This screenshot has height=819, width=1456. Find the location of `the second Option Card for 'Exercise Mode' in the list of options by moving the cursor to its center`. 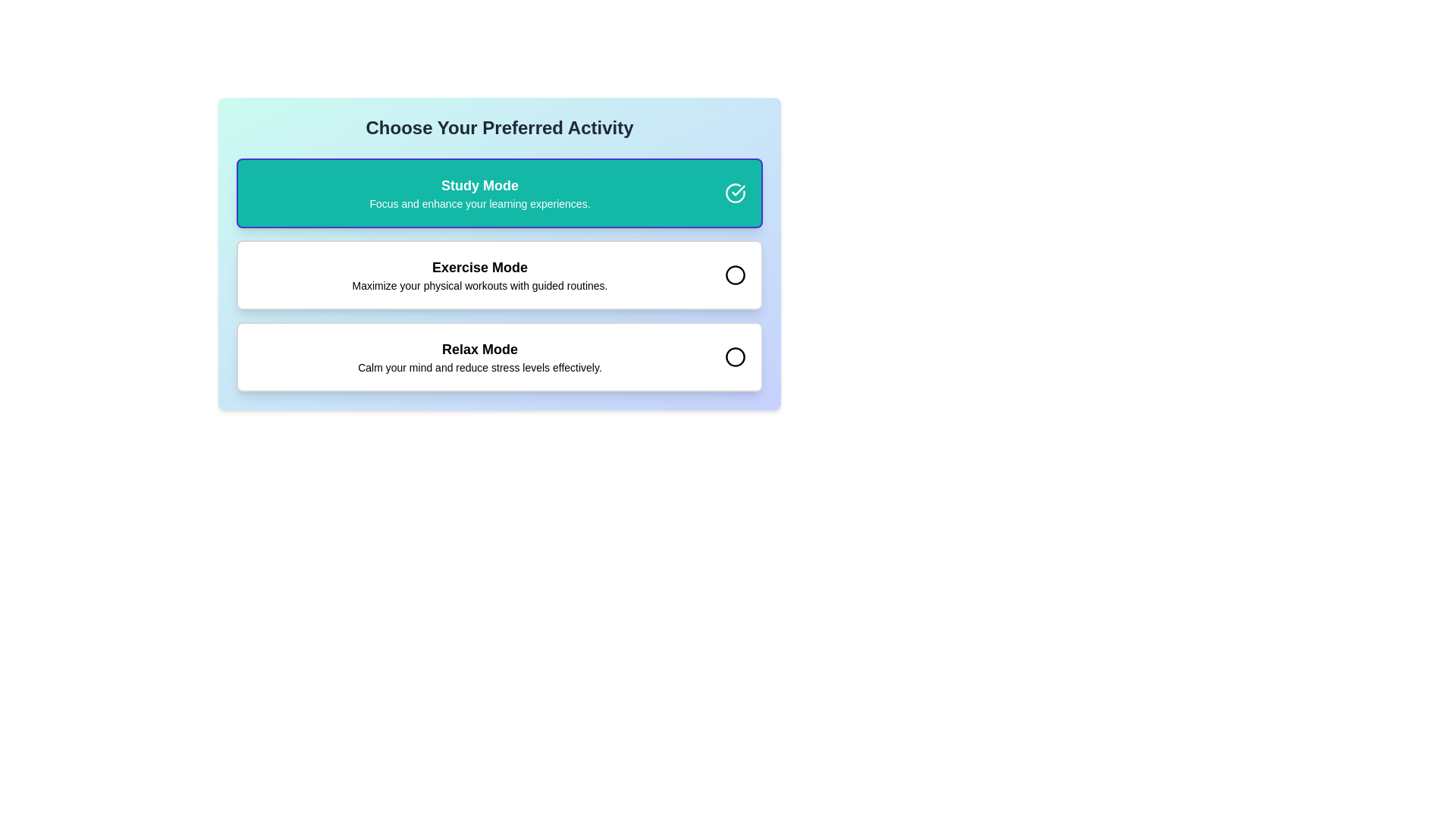

the second Option Card for 'Exercise Mode' in the list of options by moving the cursor to its center is located at coordinates (499, 275).